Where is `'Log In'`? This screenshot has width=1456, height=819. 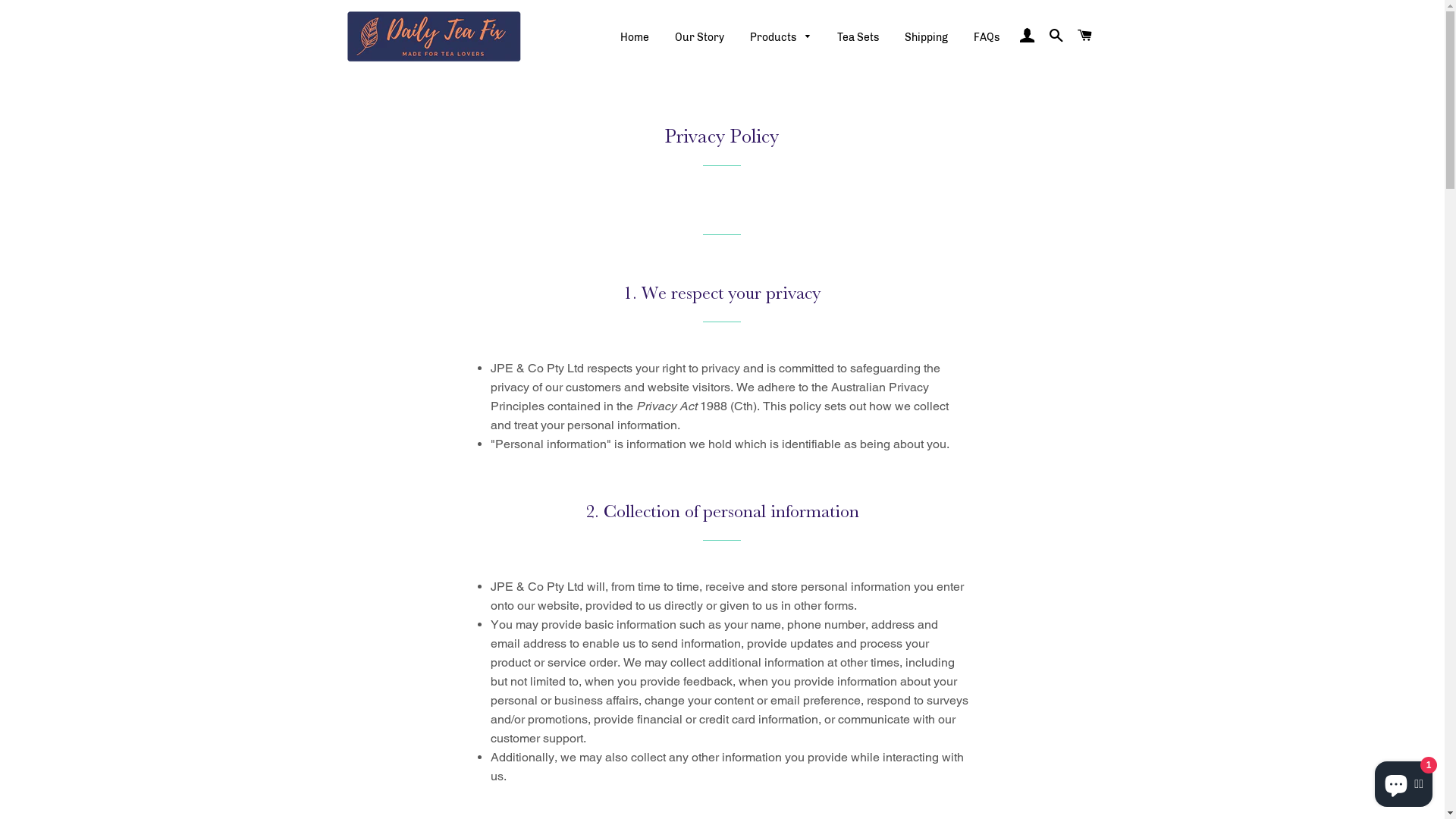 'Log In' is located at coordinates (1014, 35).